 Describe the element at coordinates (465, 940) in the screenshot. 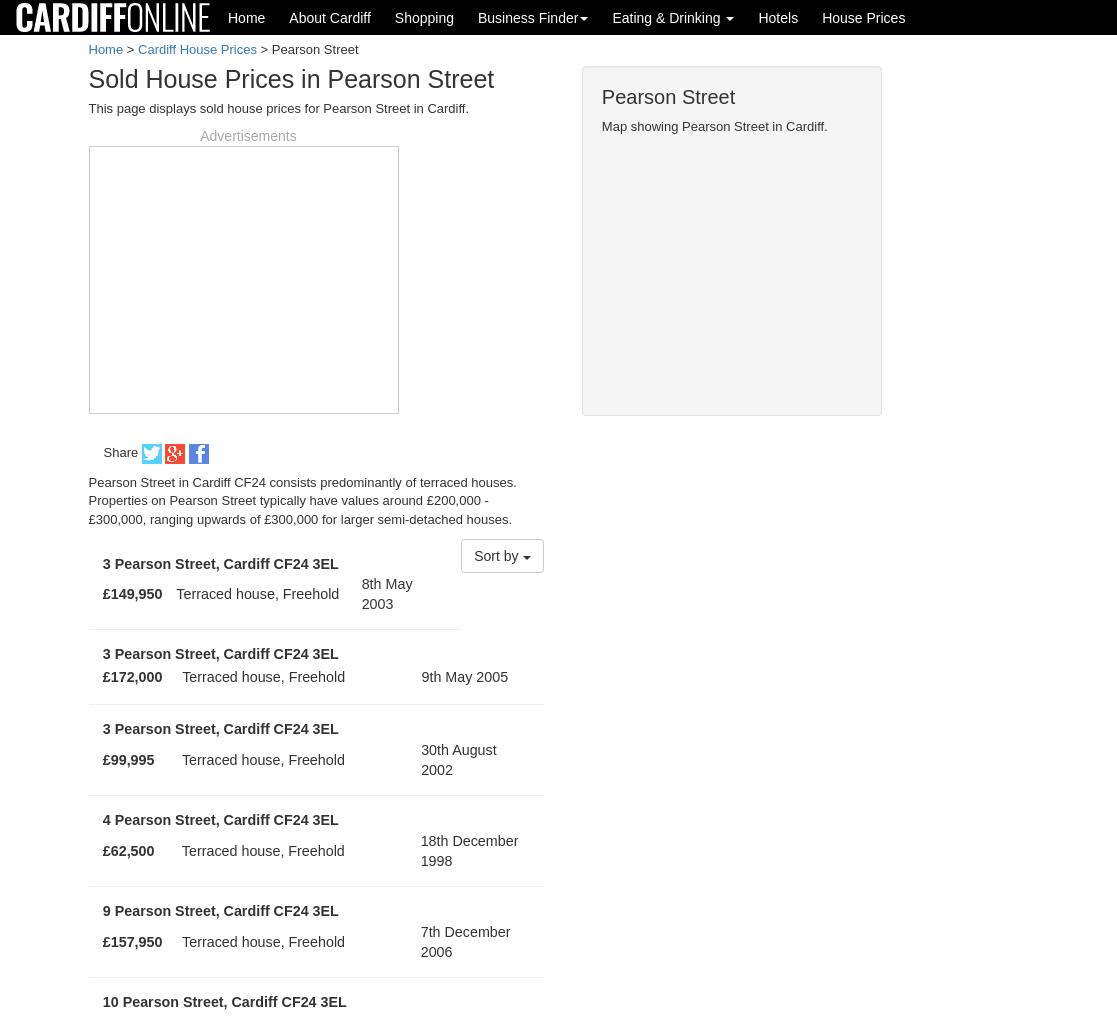

I see `'7th December 2006'` at that location.